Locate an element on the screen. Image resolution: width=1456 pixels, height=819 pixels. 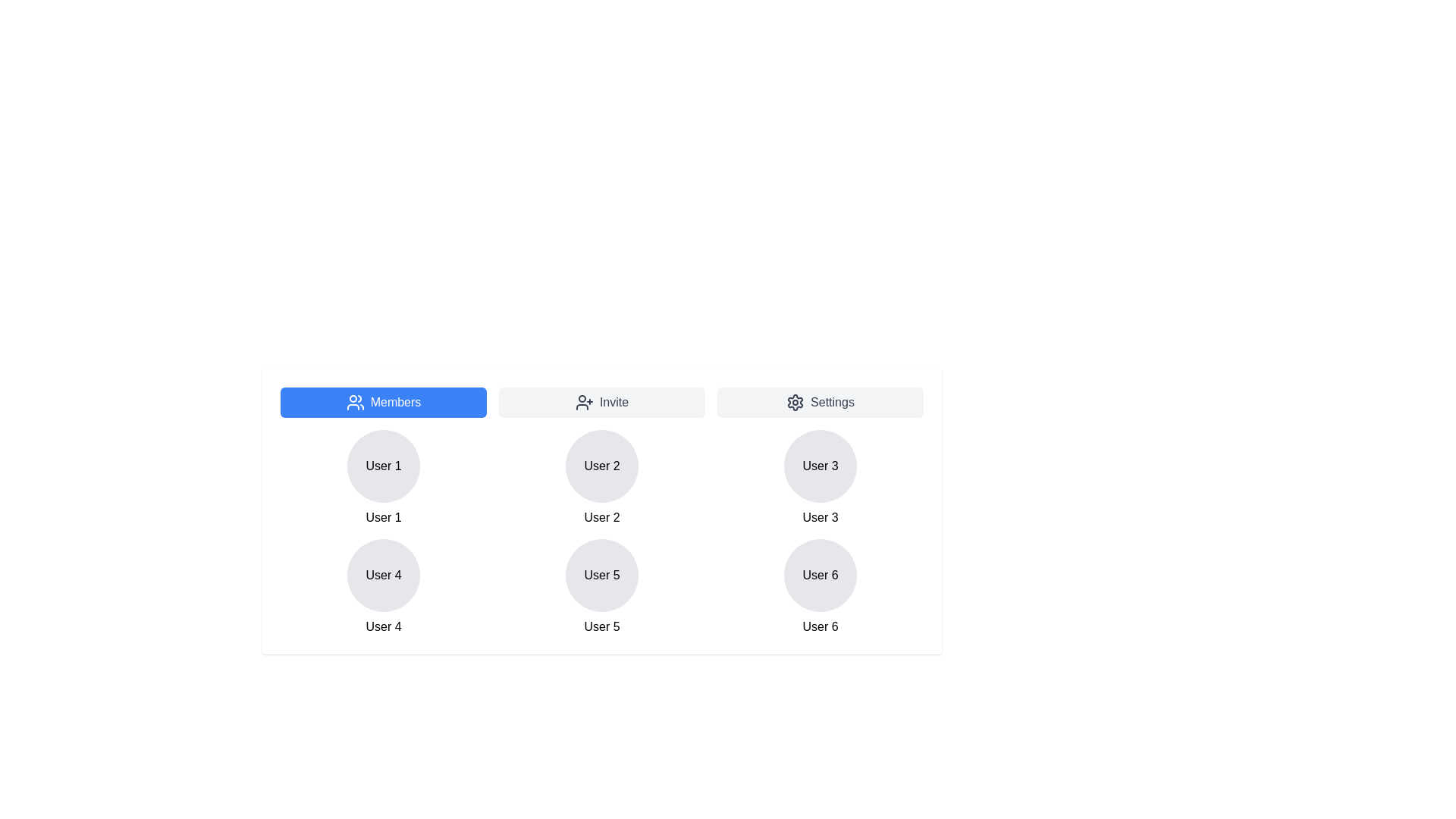
the vector icon embedded within the 'Members' button located at the leftmost section of the horizontal menu bar is located at coordinates (354, 402).